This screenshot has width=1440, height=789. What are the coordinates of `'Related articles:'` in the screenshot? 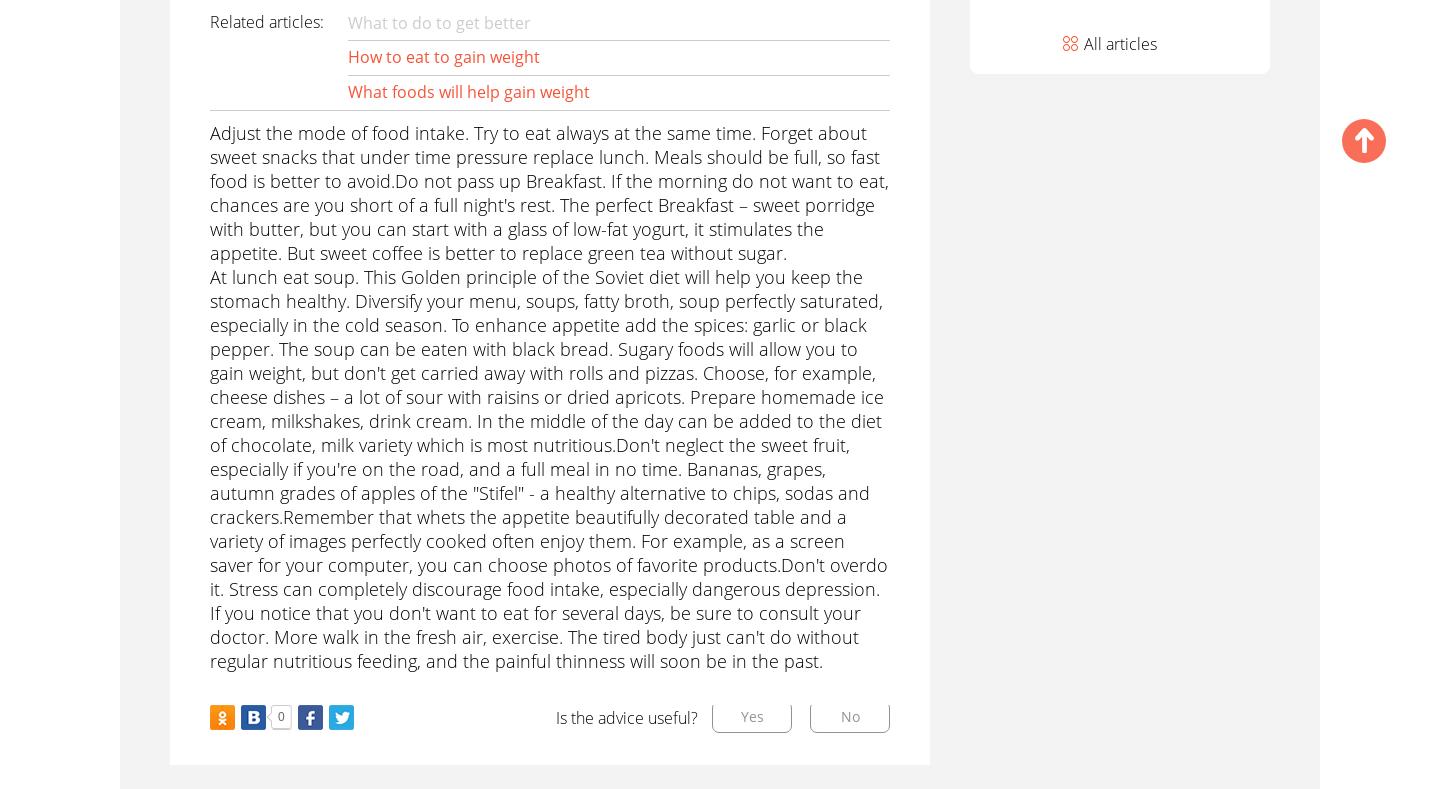 It's located at (264, 21).